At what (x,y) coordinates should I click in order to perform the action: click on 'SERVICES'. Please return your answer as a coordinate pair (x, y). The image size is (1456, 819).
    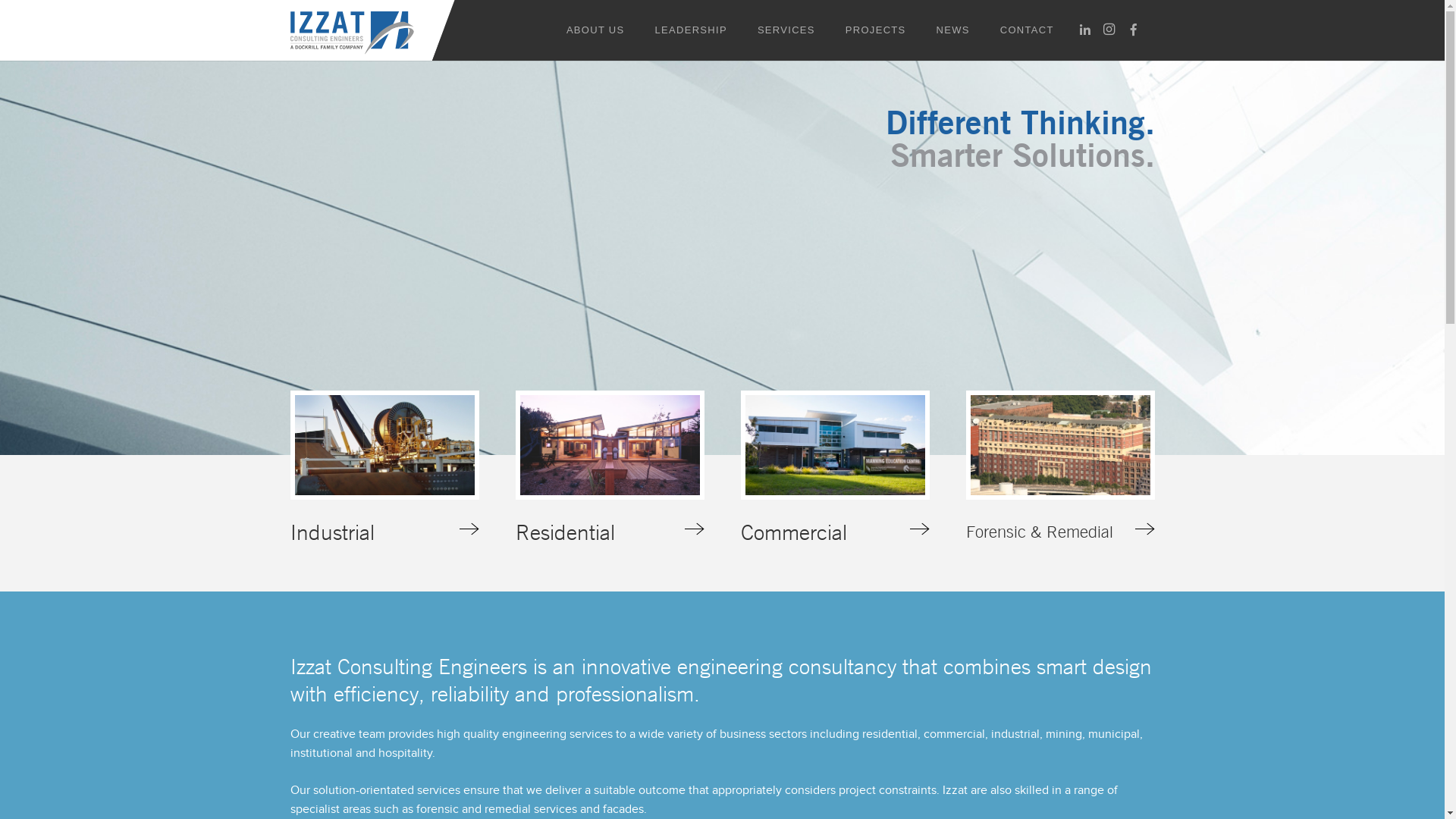
    Looking at the image, I should click on (786, 30).